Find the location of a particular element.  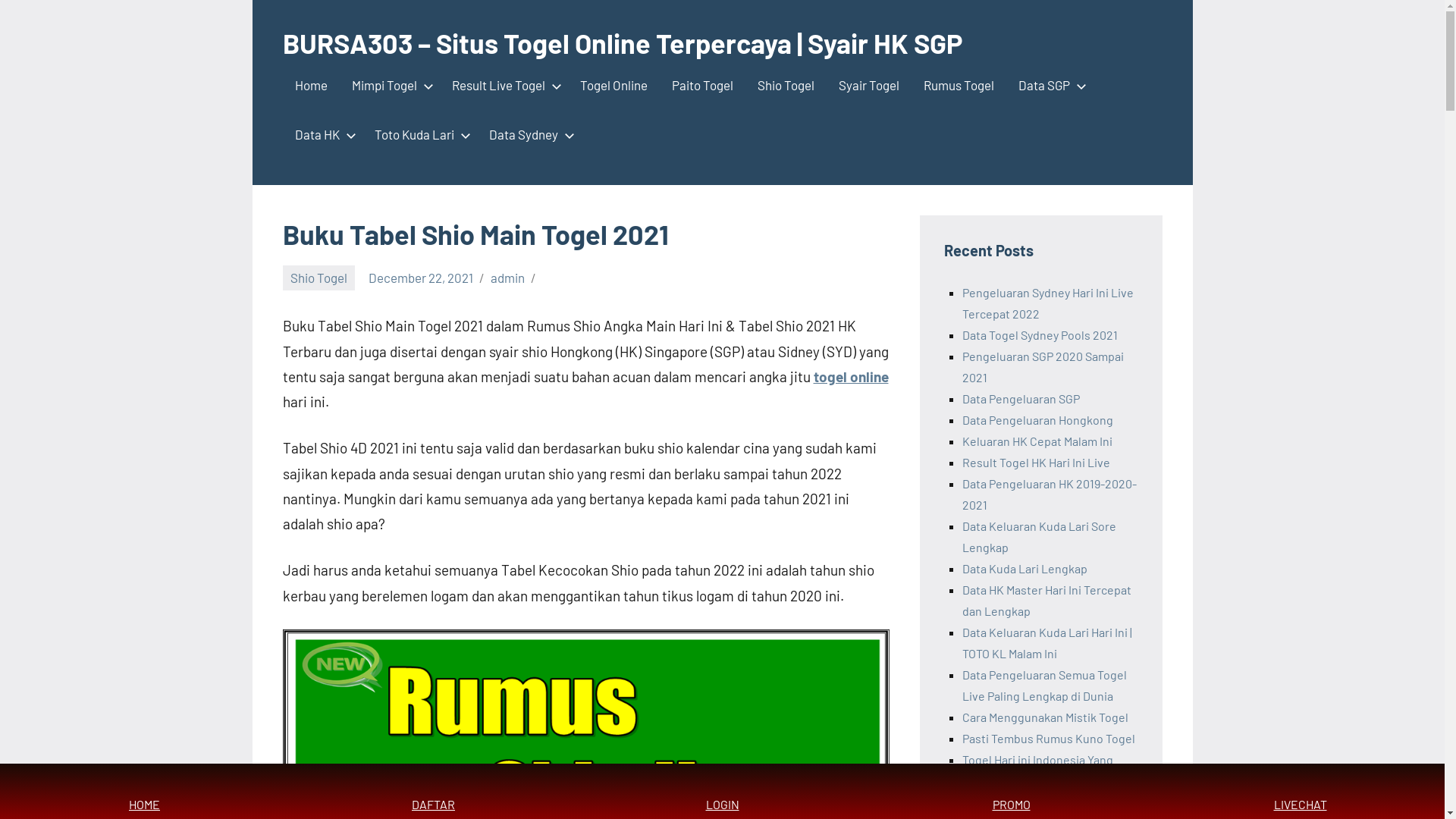

'Data Pengeluaran Semua Togel Live Paling Lengkap di Dunia' is located at coordinates (1043, 685).